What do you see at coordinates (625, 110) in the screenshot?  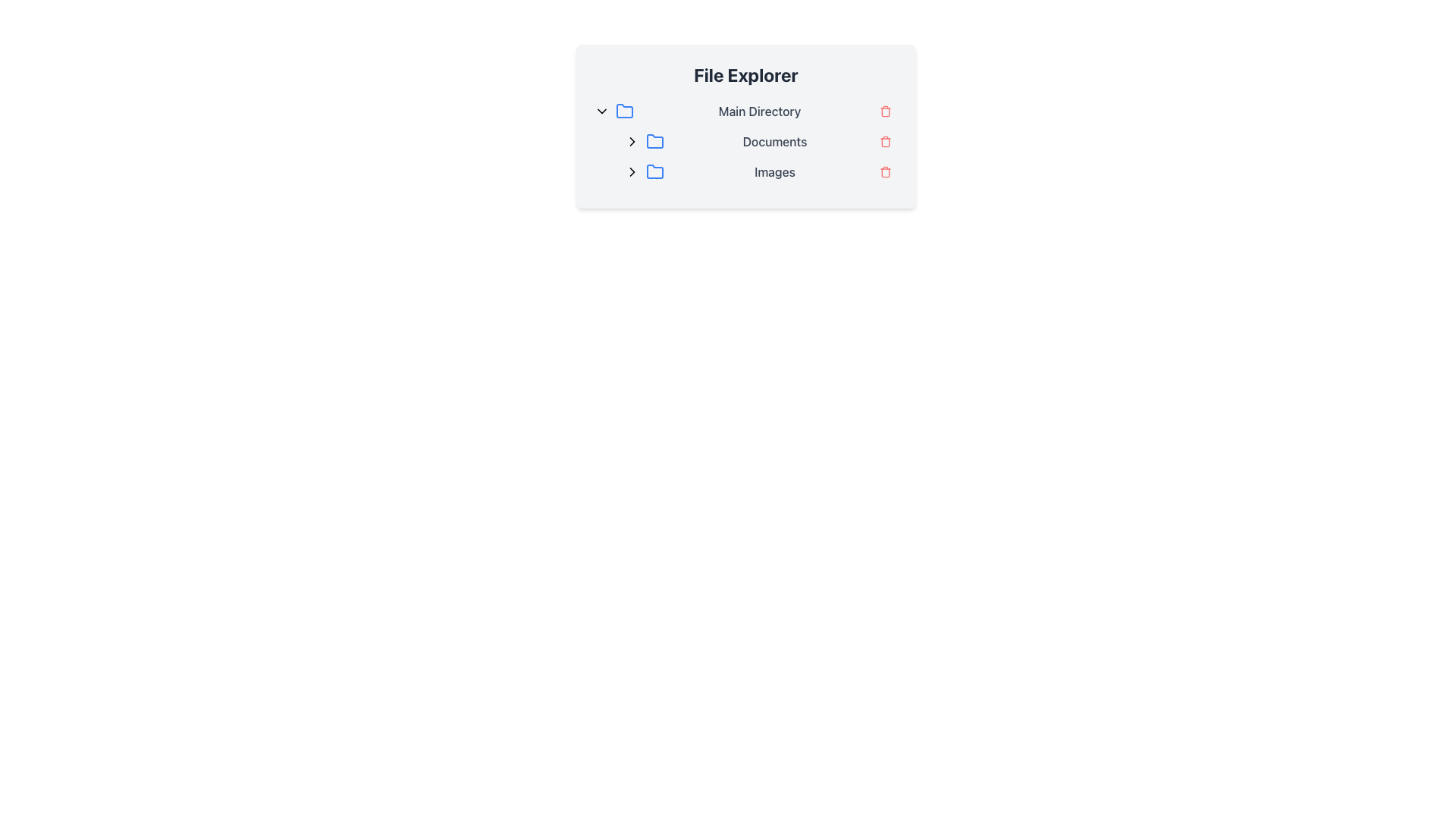 I see `the folder icon with a blue outline and rounded corners, which is visually associated with the label 'Main Directory' and positioned between the chevron-down icon and the text label` at bounding box center [625, 110].